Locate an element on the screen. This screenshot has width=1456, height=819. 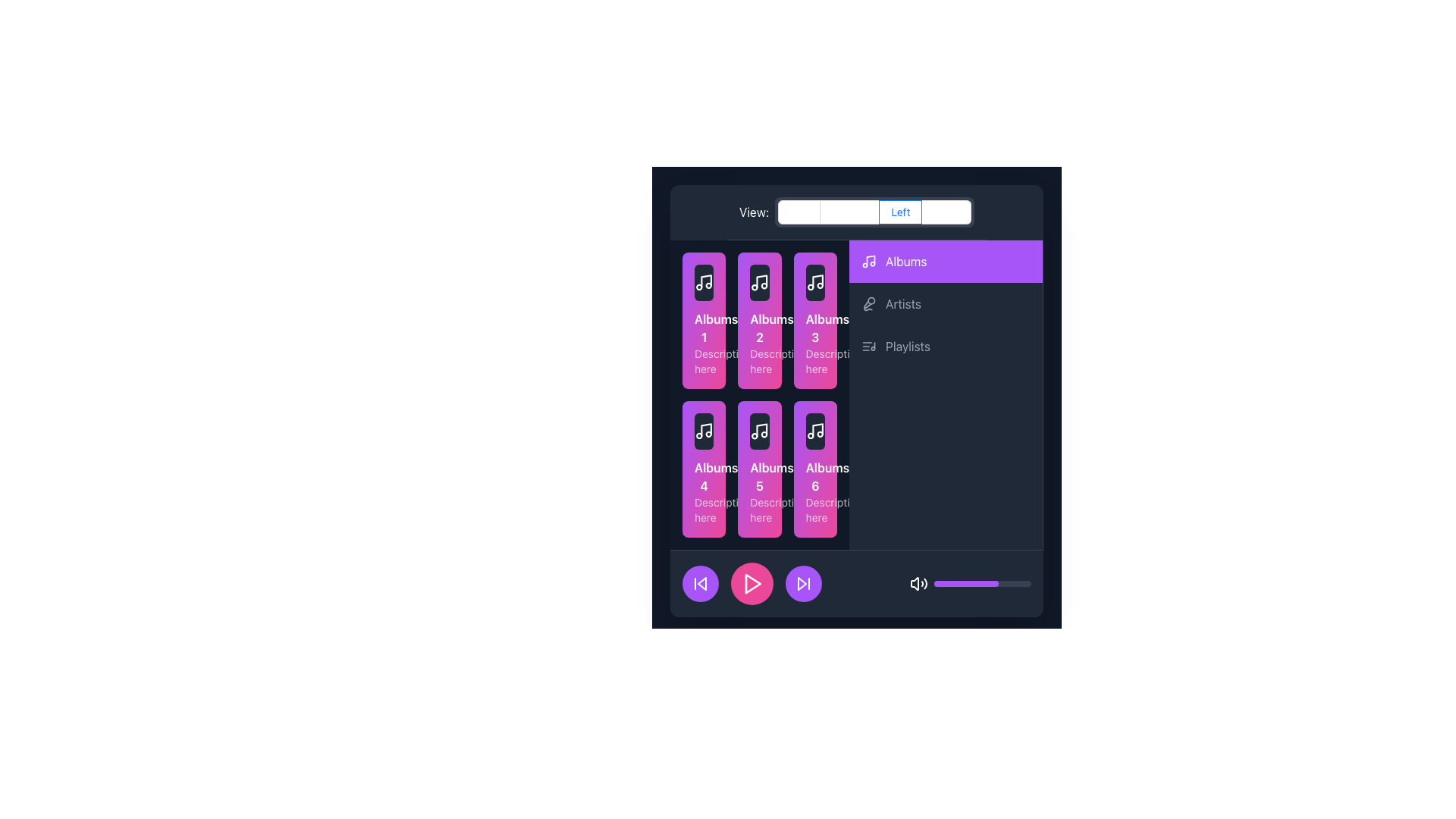
the 'Skip Forward' button located in the bottom-right section of the interface is located at coordinates (803, 583).